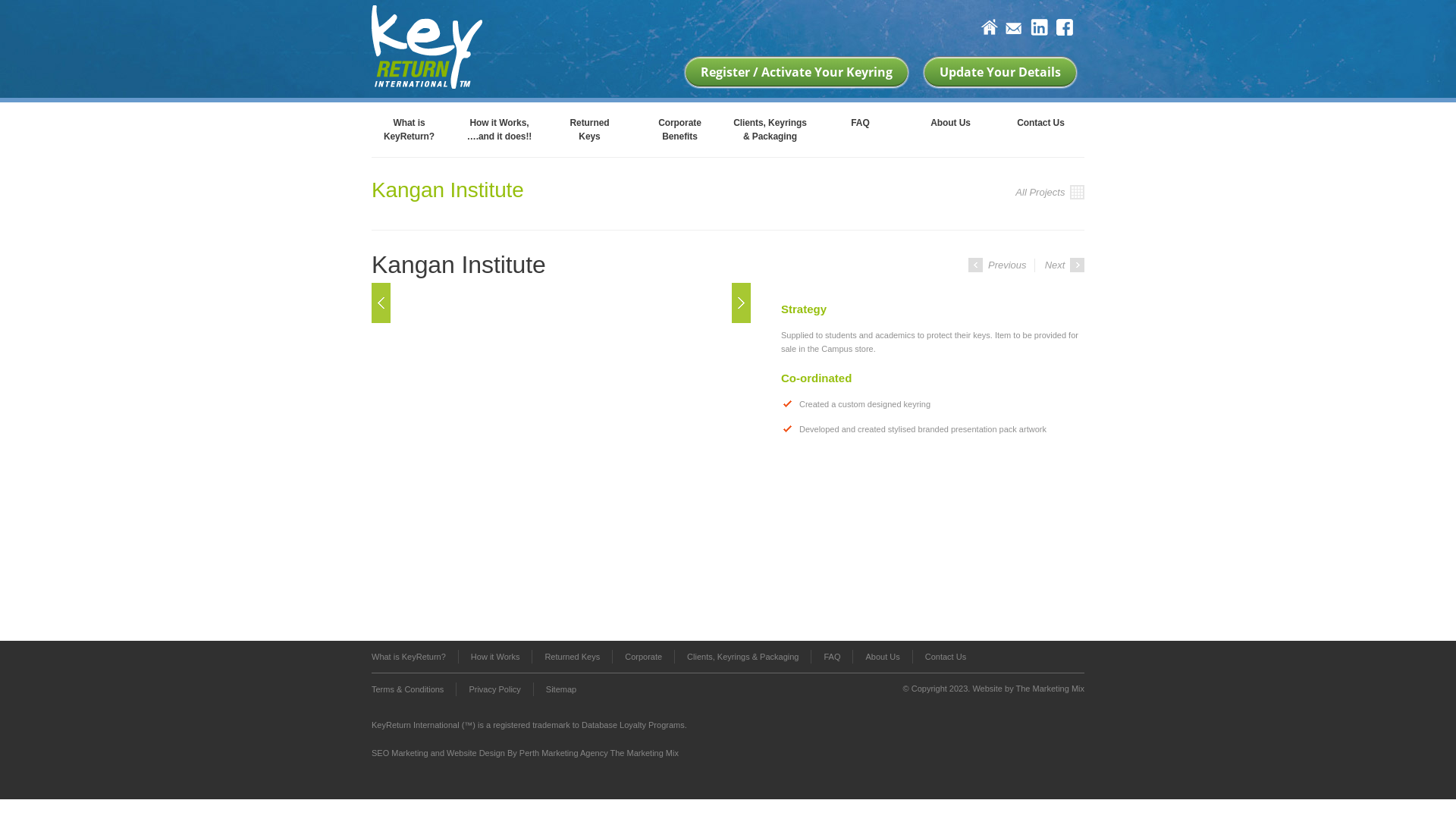  Describe the element at coordinates (731, 302) in the screenshot. I see `'Next'` at that location.